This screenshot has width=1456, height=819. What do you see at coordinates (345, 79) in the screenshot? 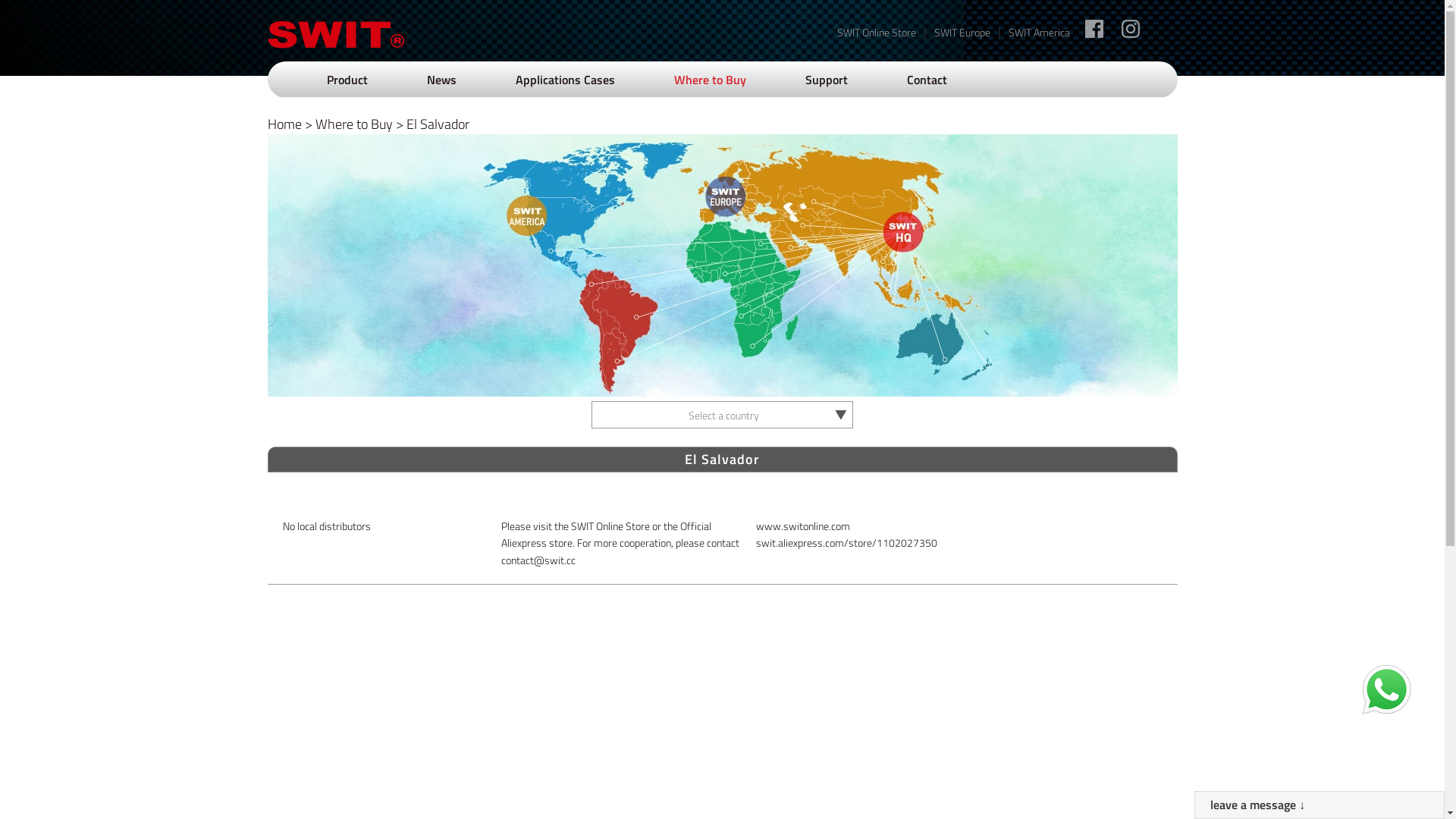
I see `'Product'` at bounding box center [345, 79].